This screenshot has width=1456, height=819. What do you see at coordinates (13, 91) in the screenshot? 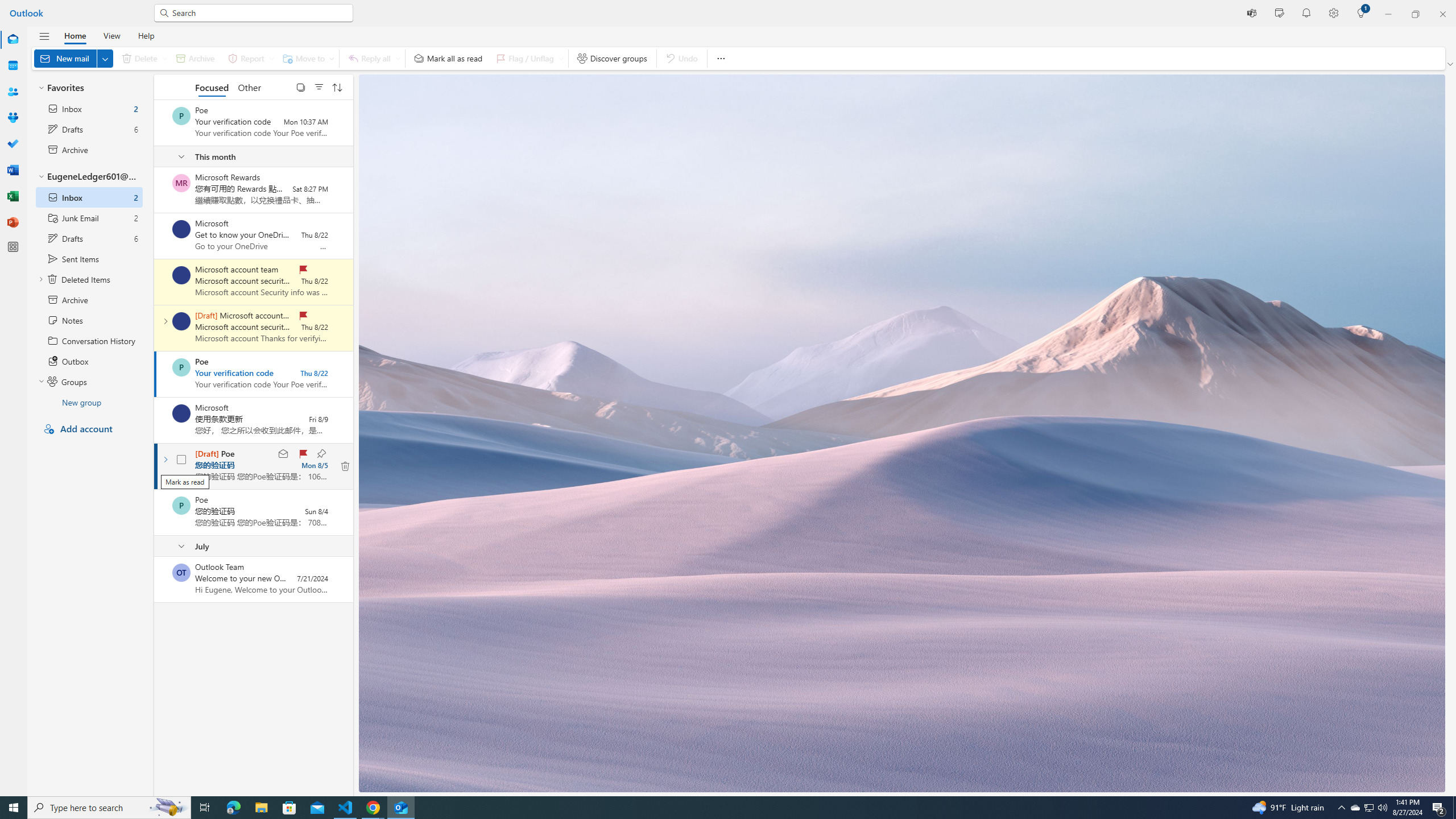
I see `'People'` at bounding box center [13, 91].